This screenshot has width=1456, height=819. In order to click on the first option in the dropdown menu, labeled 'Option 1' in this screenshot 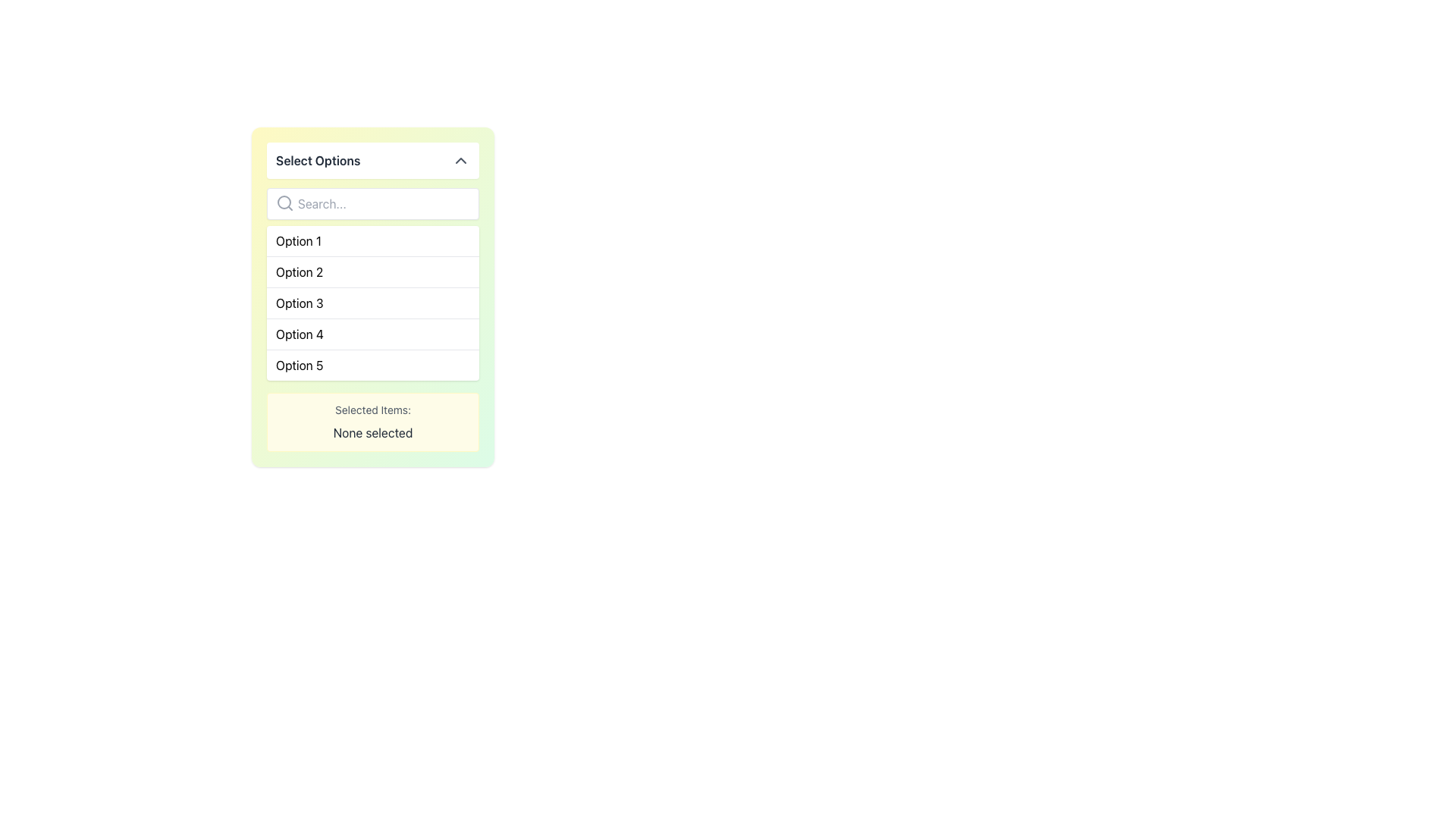, I will do `click(372, 240)`.